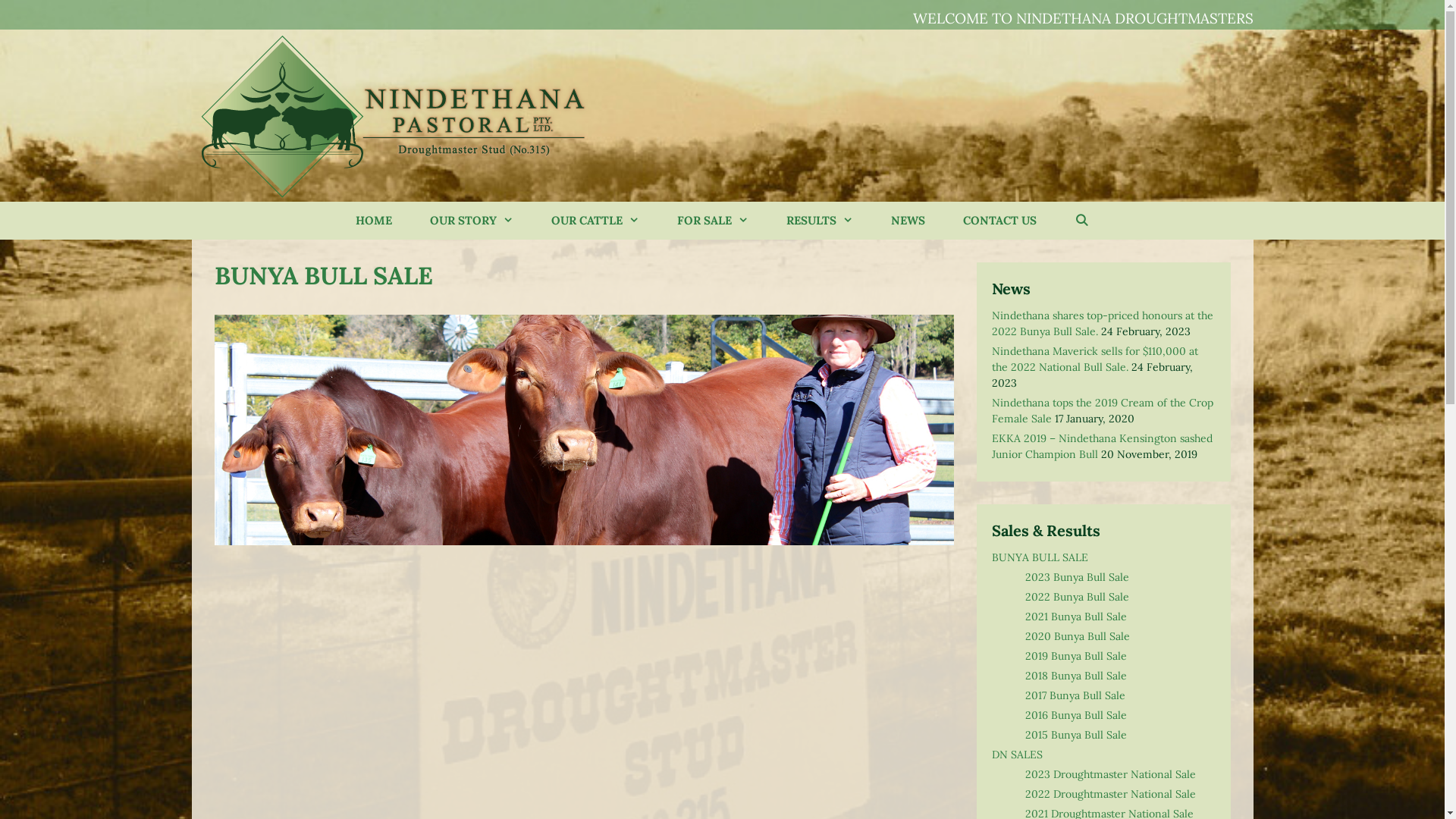 This screenshot has height=819, width=1456. Describe the element at coordinates (471, 220) in the screenshot. I see `'OUR STORY'` at that location.